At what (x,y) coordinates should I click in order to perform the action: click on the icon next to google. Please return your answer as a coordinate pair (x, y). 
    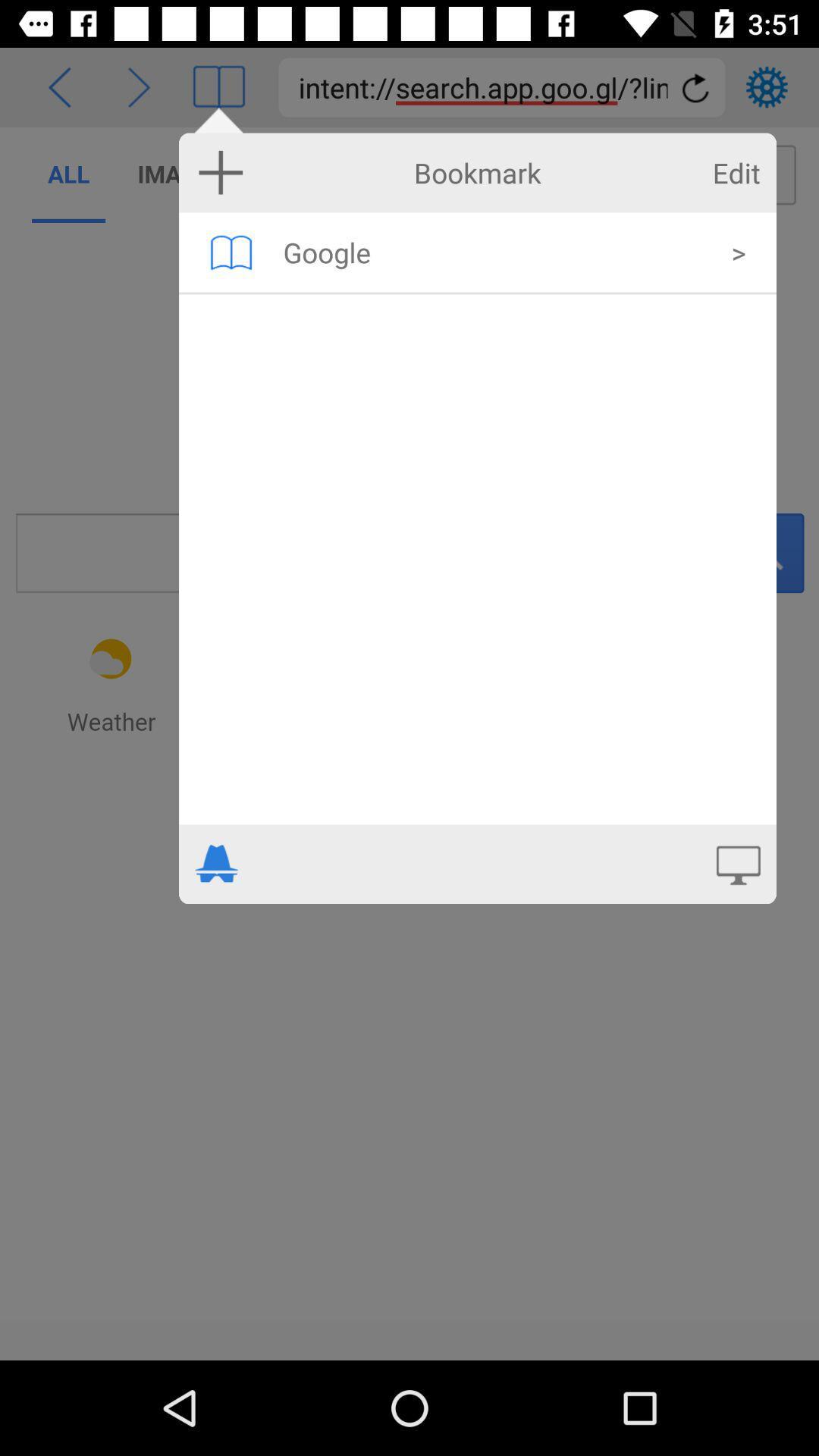
    Looking at the image, I should click on (231, 252).